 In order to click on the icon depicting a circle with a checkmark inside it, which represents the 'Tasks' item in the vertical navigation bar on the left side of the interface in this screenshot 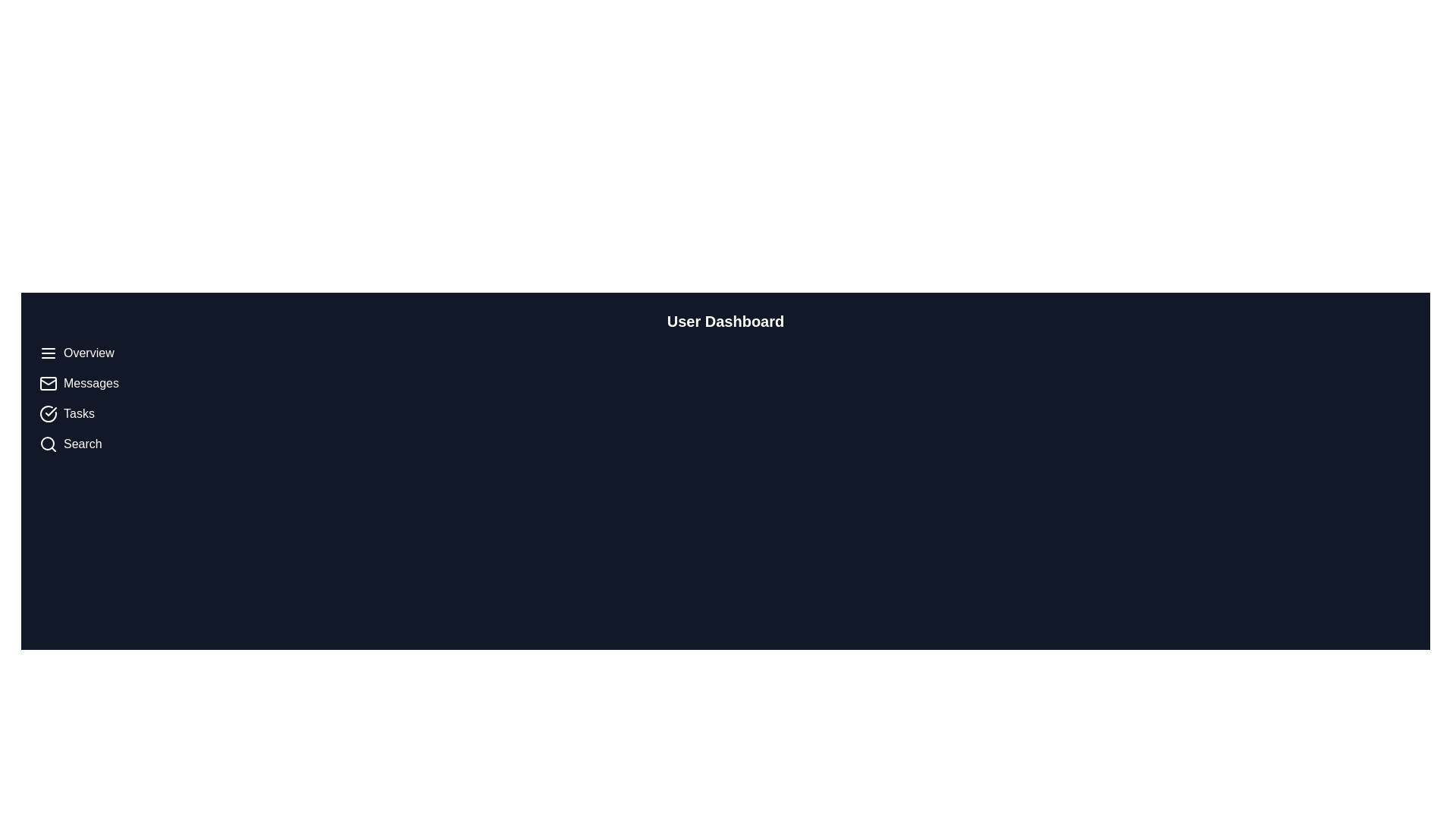, I will do `click(48, 414)`.